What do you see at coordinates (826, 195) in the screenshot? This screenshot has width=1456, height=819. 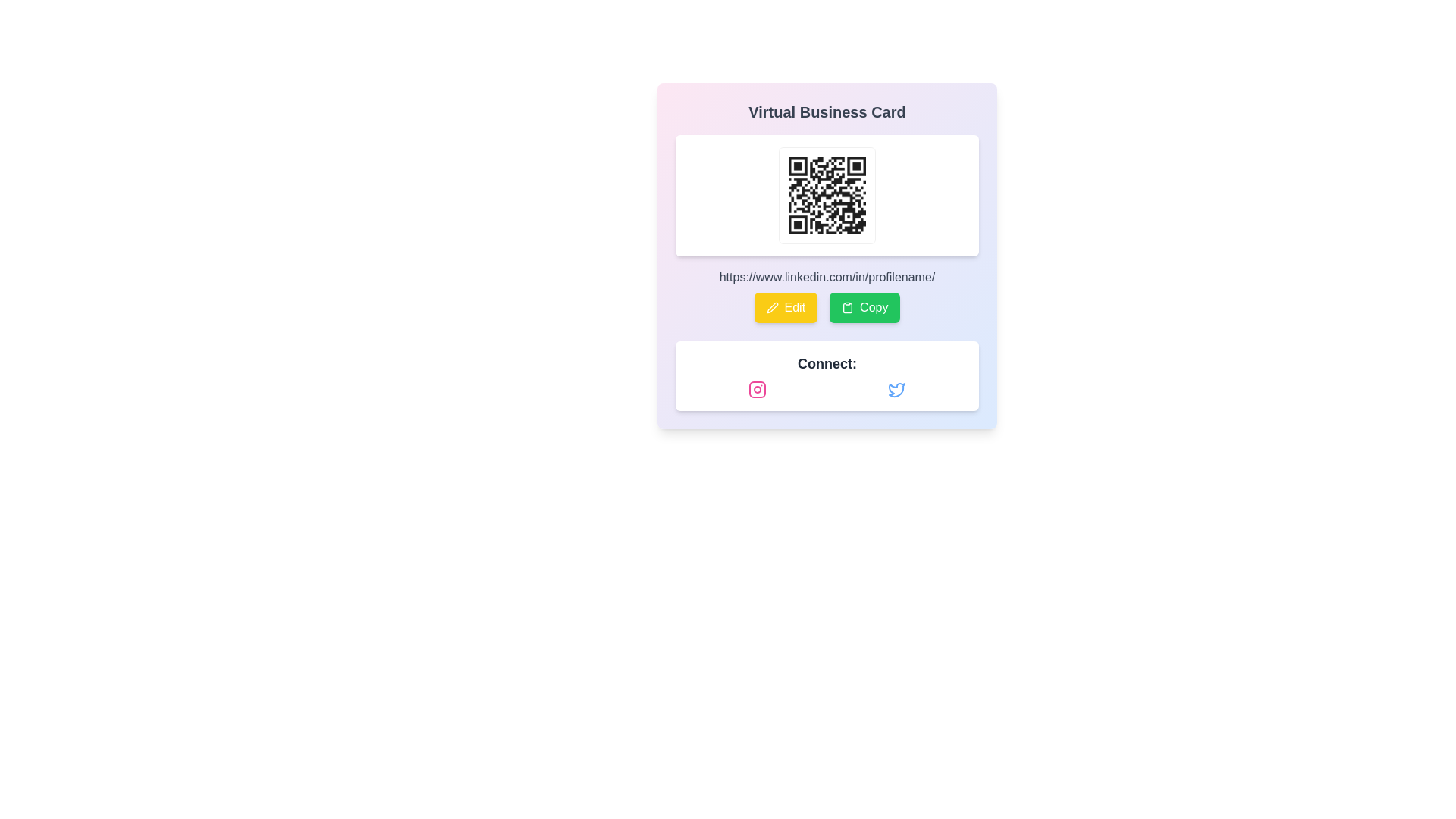 I see `the QR code displayed in a grid format, which is centrally placed near the top center of the interface, directly below the title 'Virtual Business Card'` at bounding box center [826, 195].